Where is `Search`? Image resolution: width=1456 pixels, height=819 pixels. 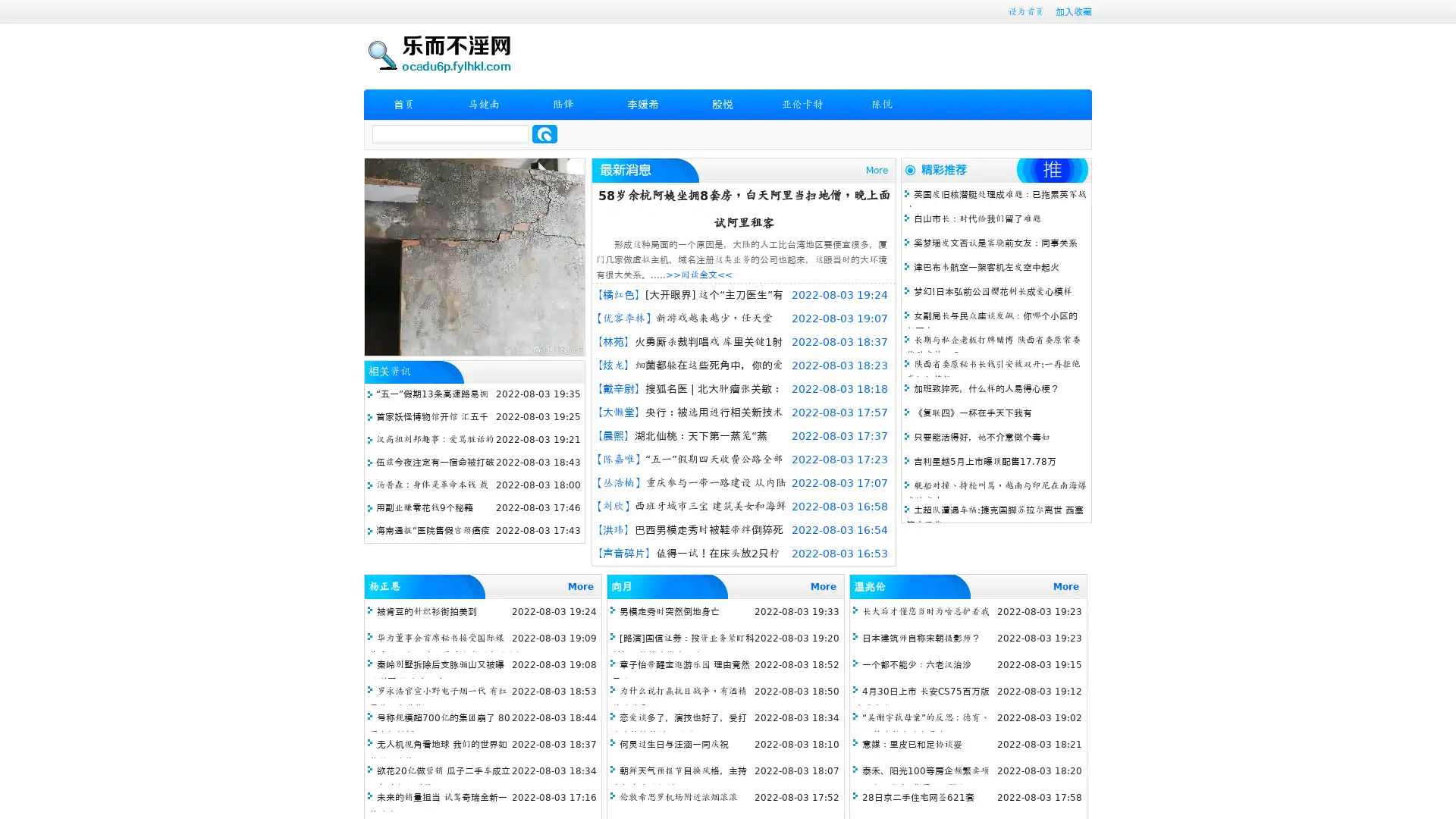 Search is located at coordinates (544, 133).